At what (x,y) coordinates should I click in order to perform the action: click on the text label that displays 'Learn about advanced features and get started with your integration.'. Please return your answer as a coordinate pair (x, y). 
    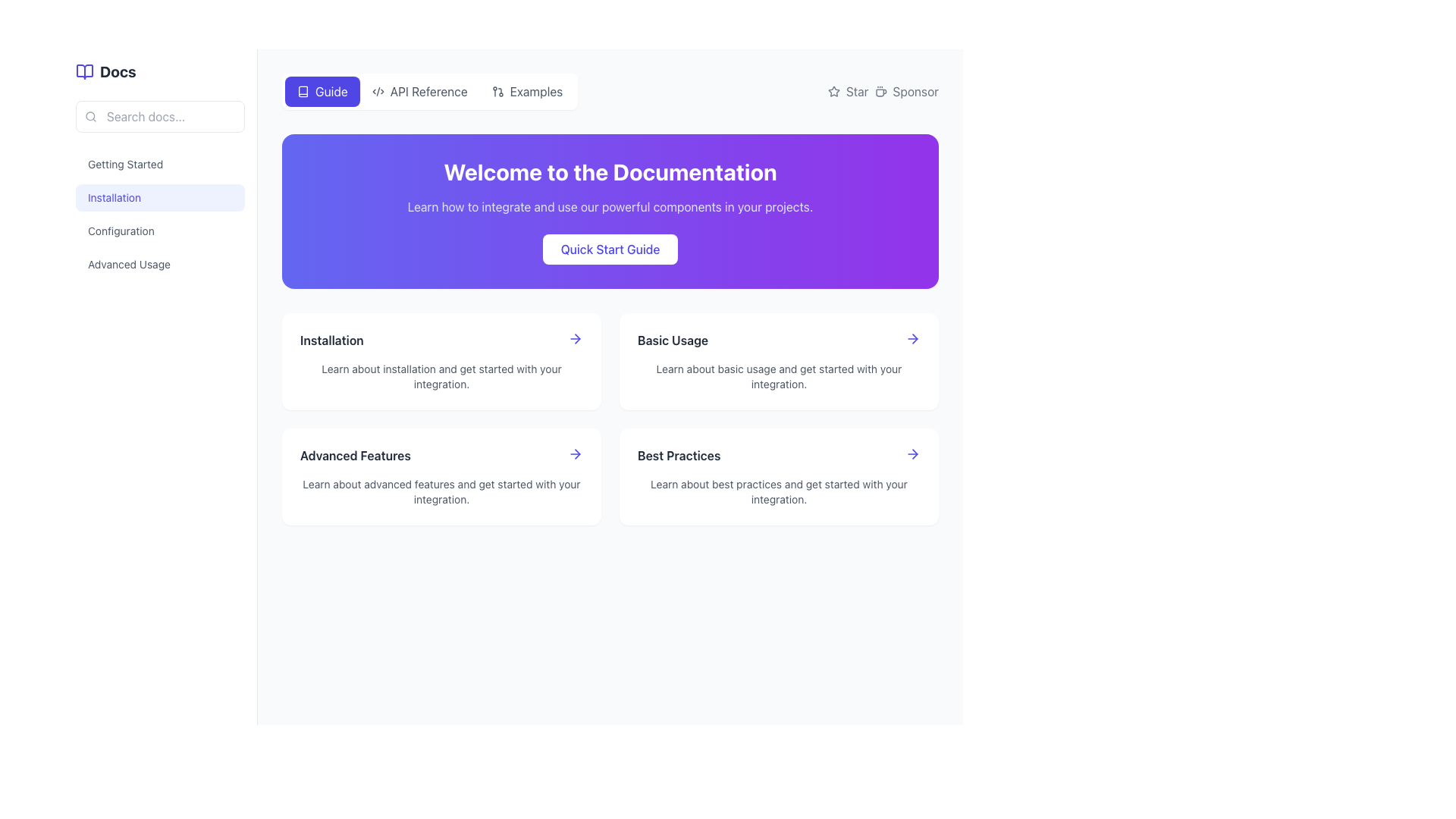
    Looking at the image, I should click on (441, 491).